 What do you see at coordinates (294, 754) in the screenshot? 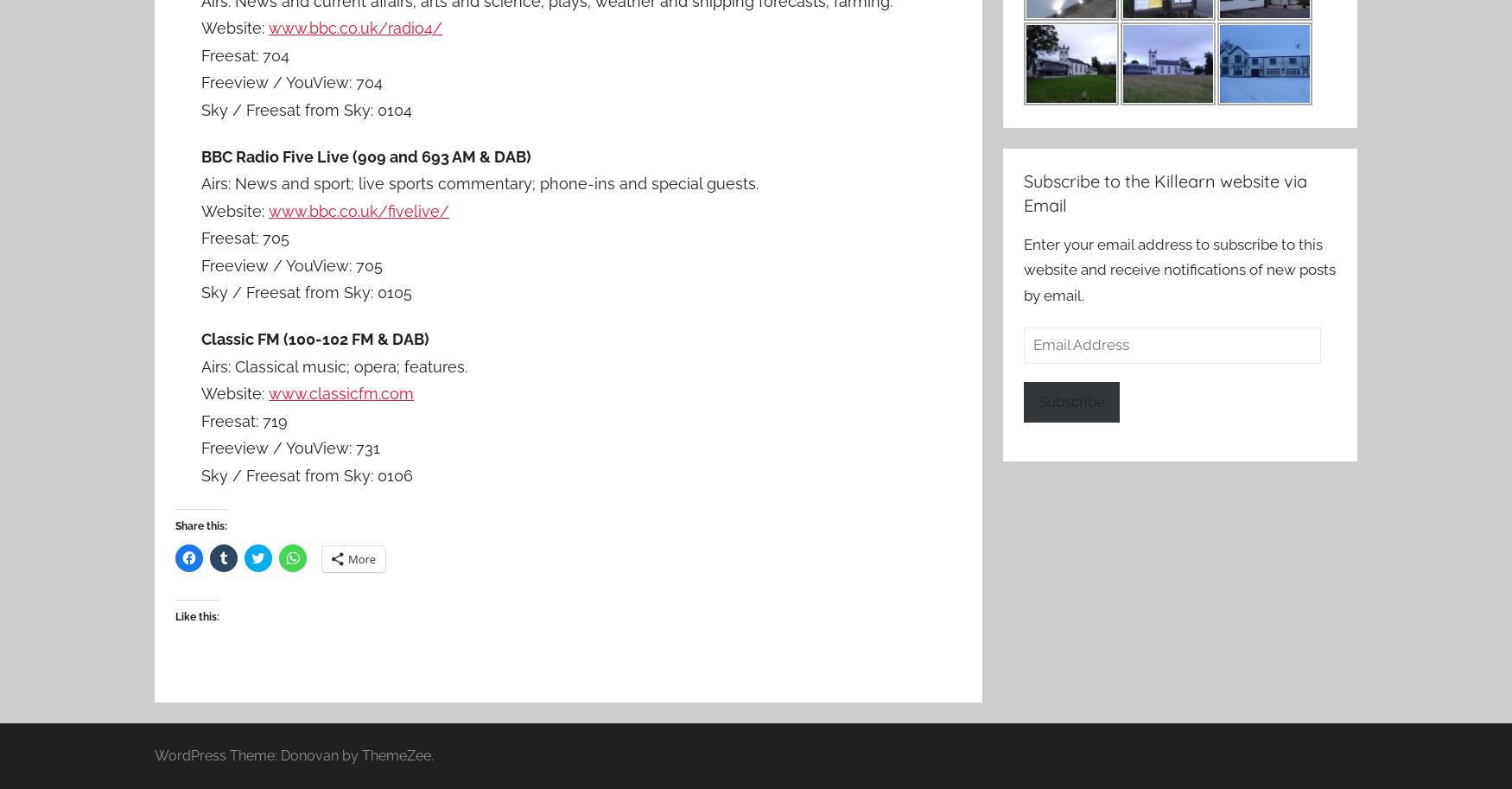
I see `'WordPress Theme: Donovan by ThemeZee.'` at bounding box center [294, 754].